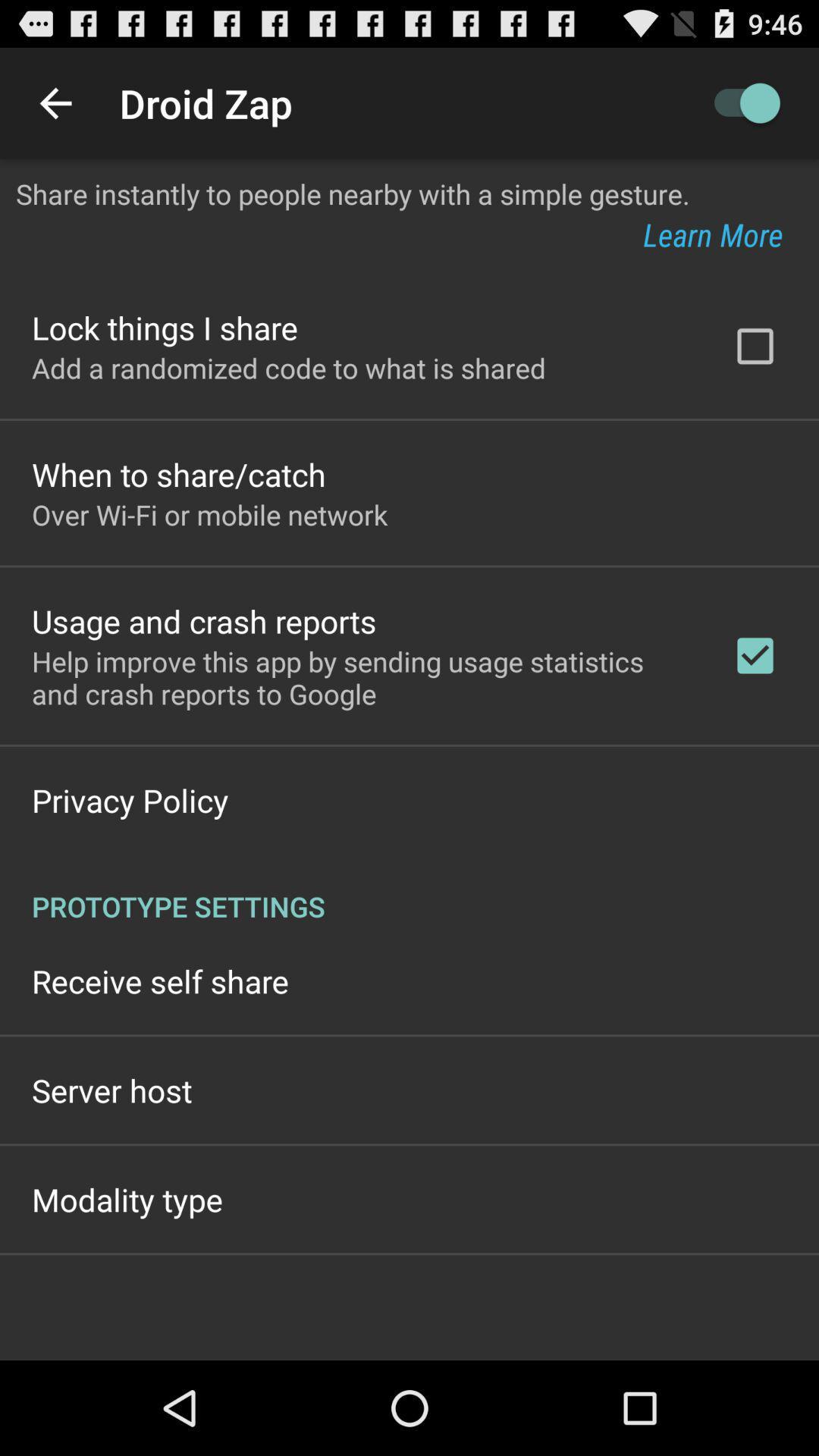 Image resolution: width=819 pixels, height=1456 pixels. What do you see at coordinates (739, 102) in the screenshot?
I see `droid zap` at bounding box center [739, 102].